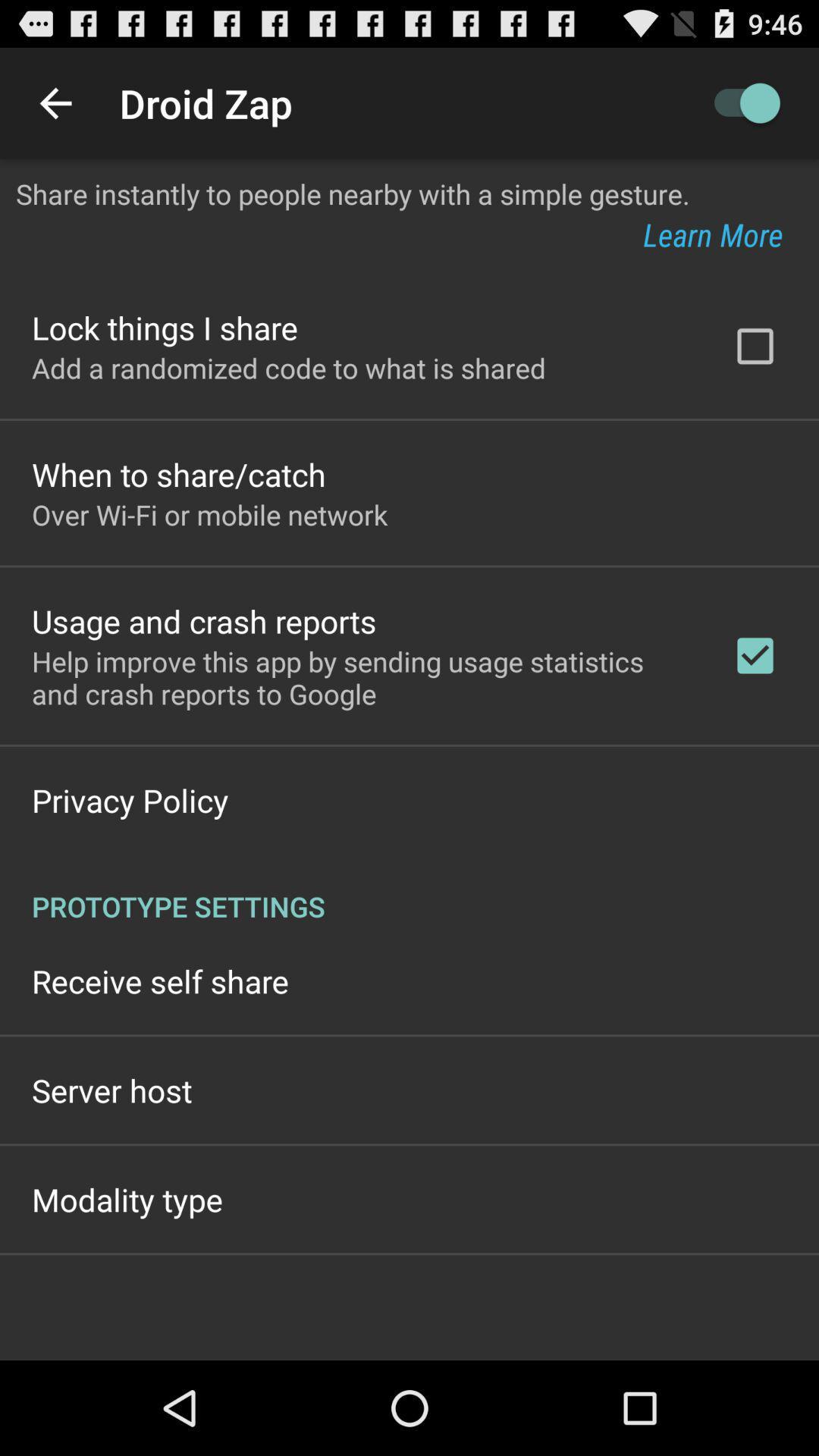 Image resolution: width=819 pixels, height=1456 pixels. What do you see at coordinates (739, 102) in the screenshot?
I see `droid zap` at bounding box center [739, 102].